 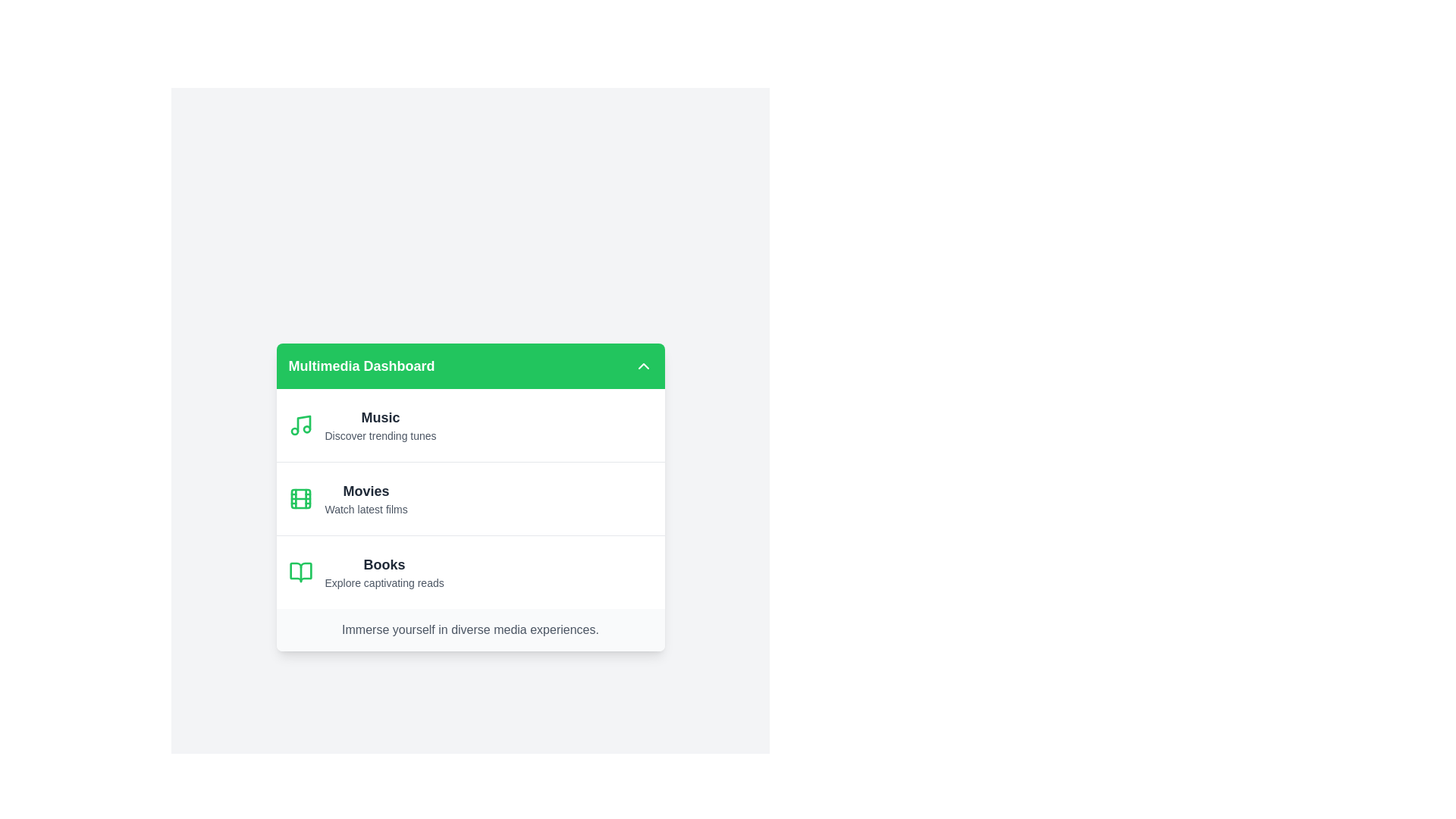 I want to click on the category Movies to explore its content, so click(x=469, y=498).